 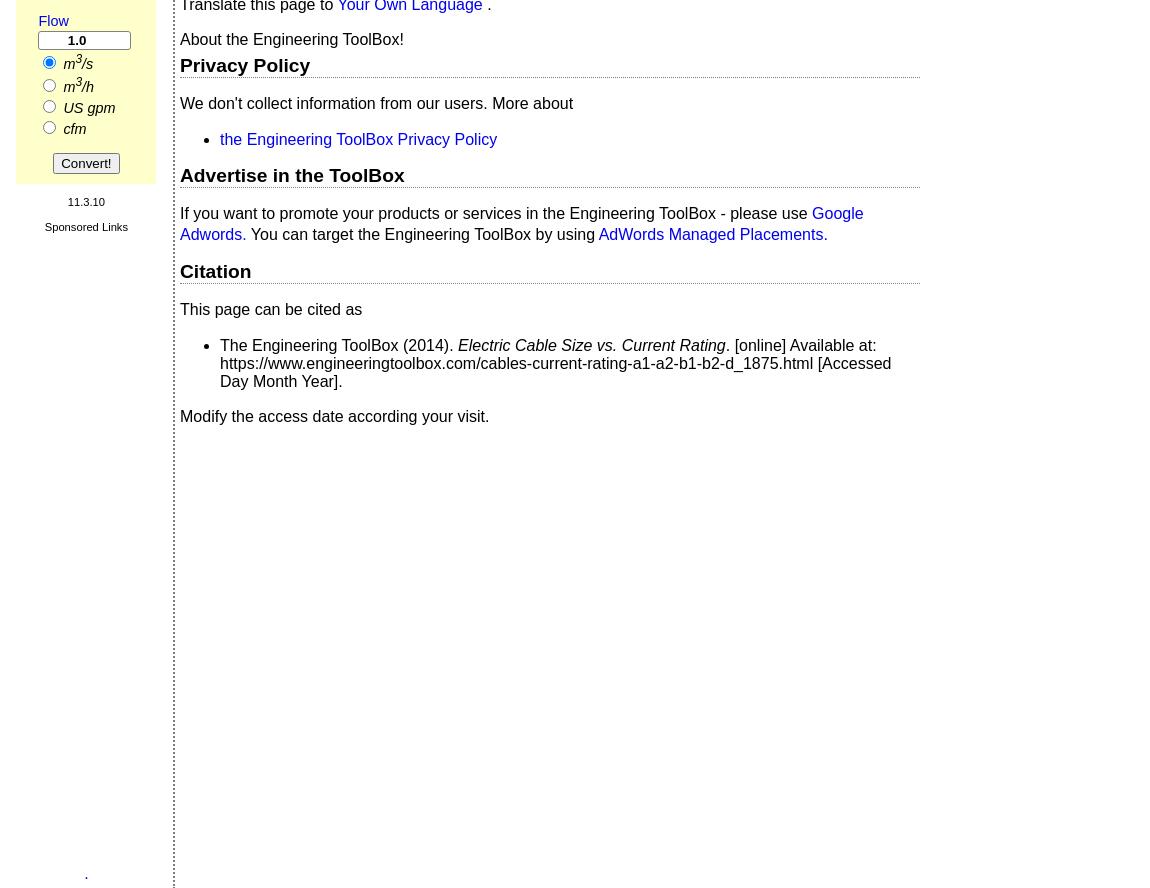 I want to click on 'Sponsored Links', so click(x=85, y=225).